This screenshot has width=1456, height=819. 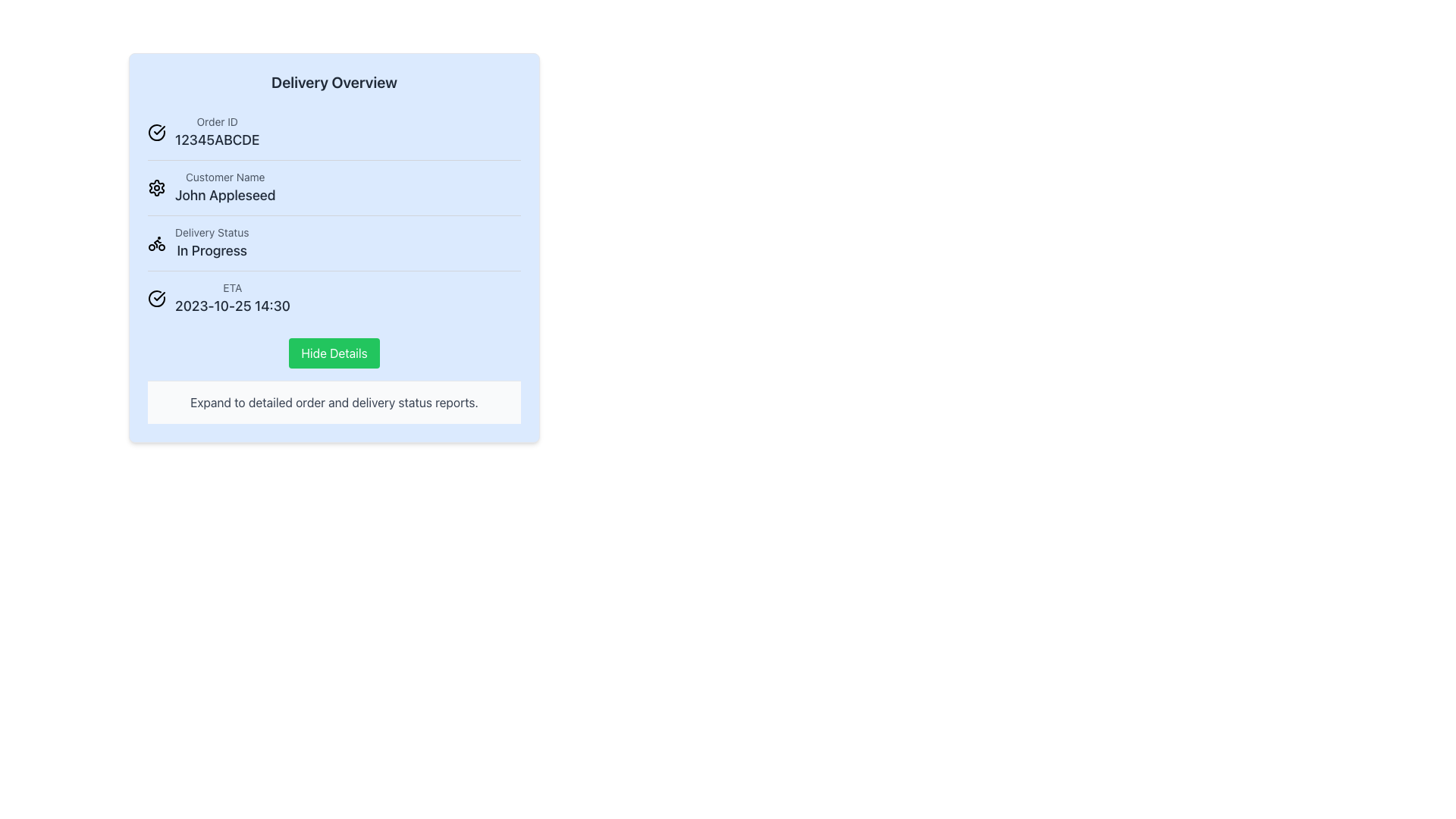 What do you see at coordinates (211, 250) in the screenshot?
I see `the 'In Progress' text label element, which is a bold status indicator located below 'Delivery Status' within a card-like interface` at bounding box center [211, 250].